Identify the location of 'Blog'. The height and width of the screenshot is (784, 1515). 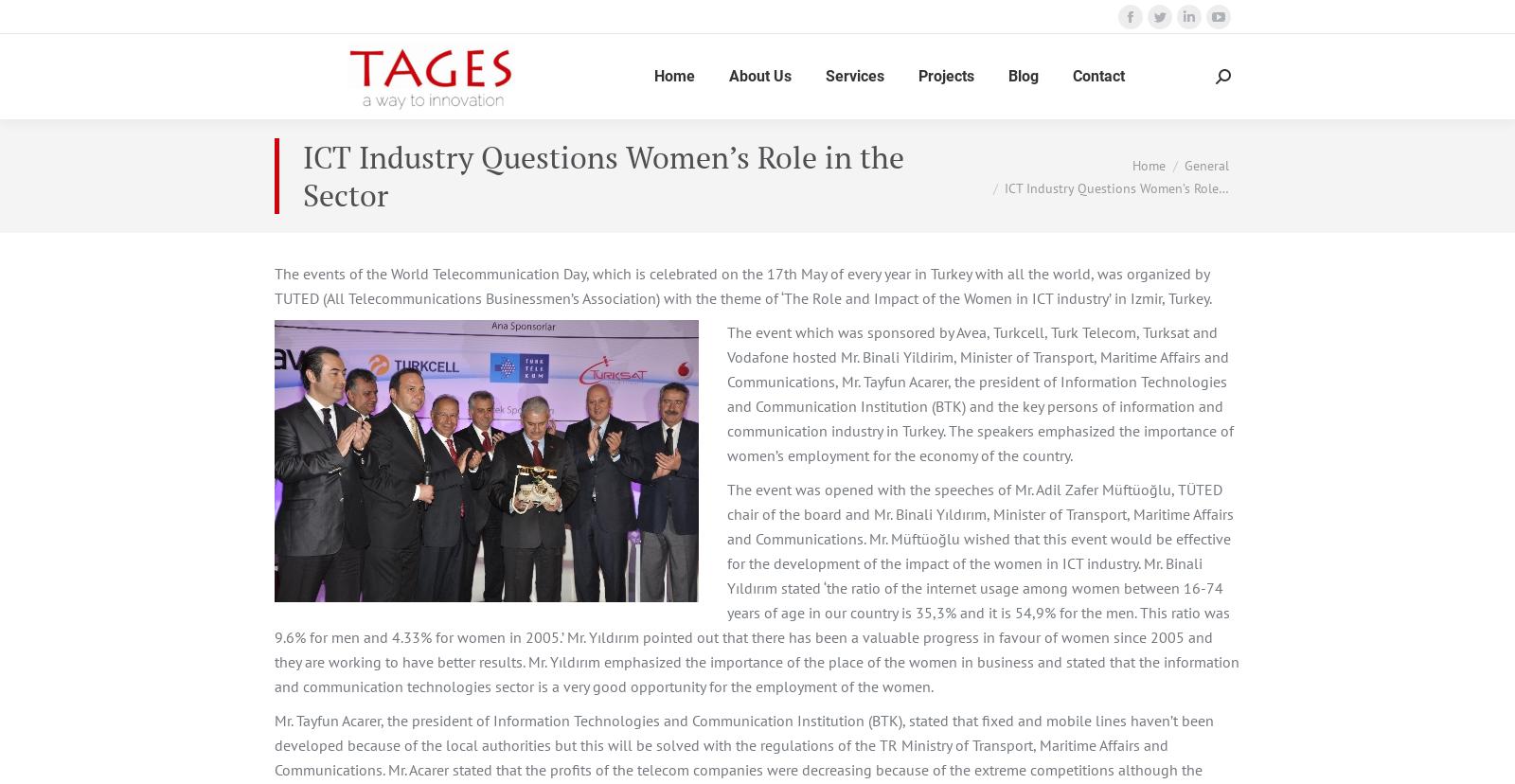
(1023, 76).